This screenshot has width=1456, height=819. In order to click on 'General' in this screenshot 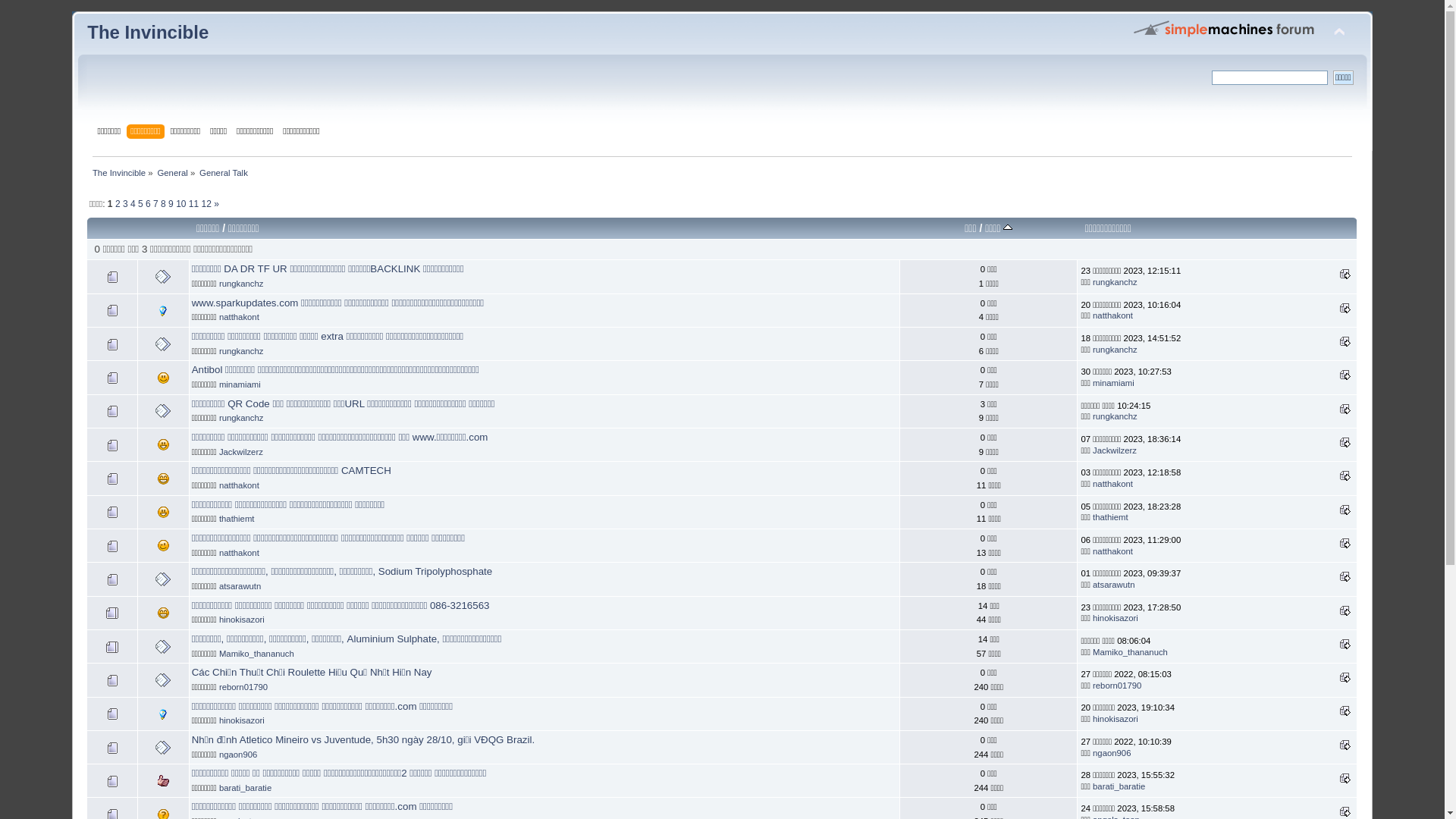, I will do `click(172, 171)`.